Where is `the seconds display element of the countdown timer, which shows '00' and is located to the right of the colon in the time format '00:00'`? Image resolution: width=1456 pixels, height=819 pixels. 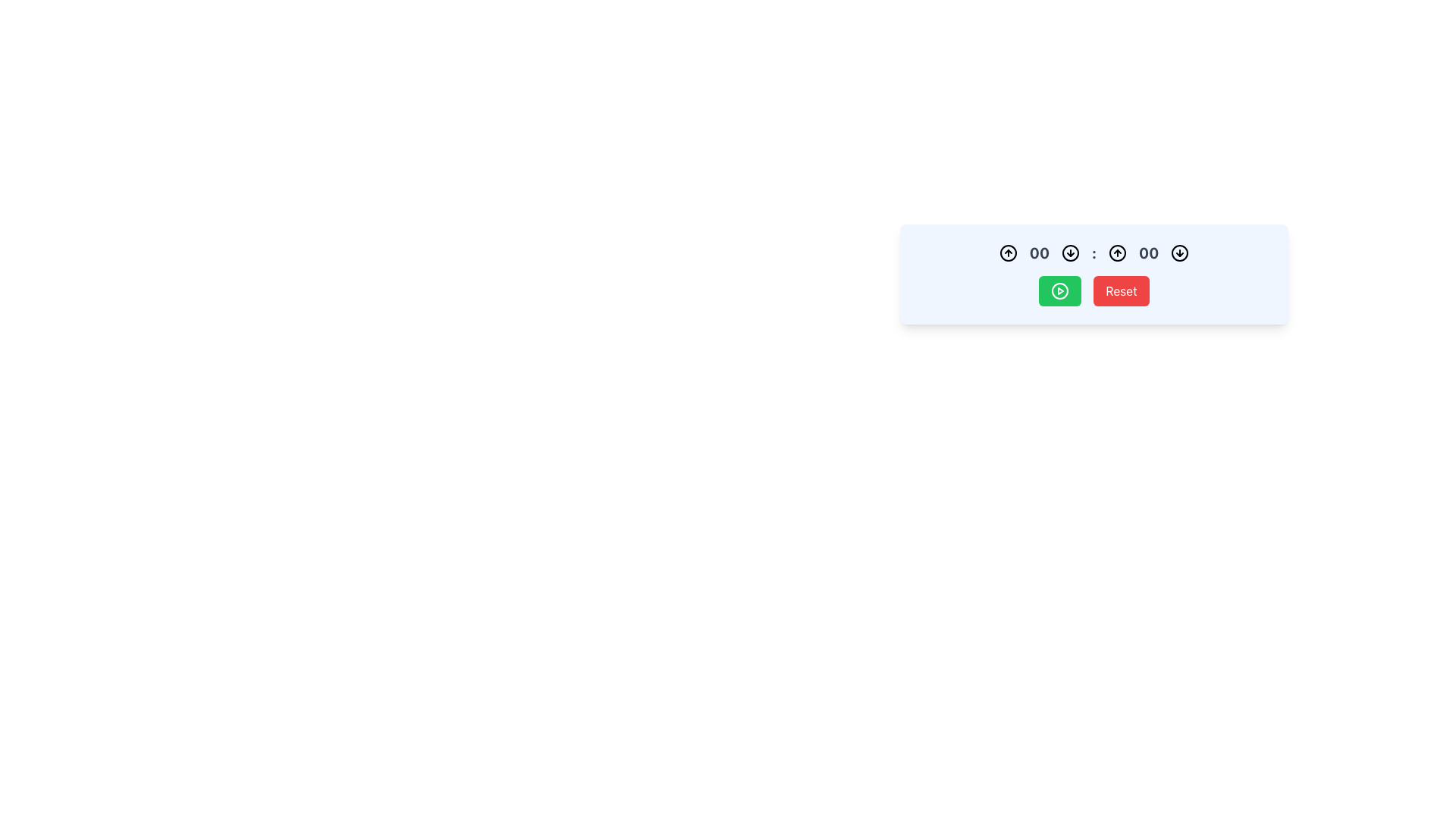 the seconds display element of the countdown timer, which shows '00' and is located to the right of the colon in the time format '00:00' is located at coordinates (1149, 253).